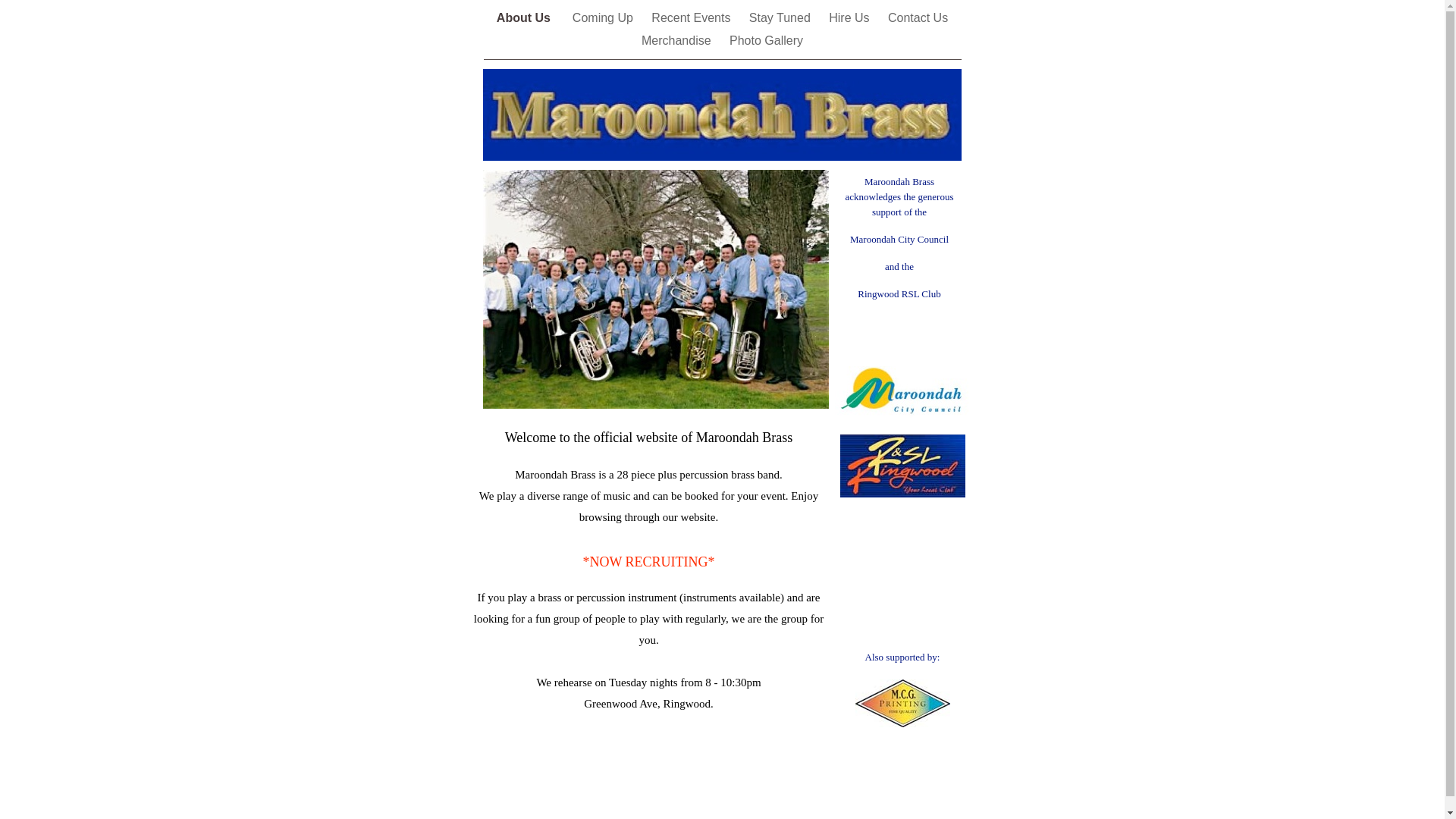 This screenshot has height=819, width=1456. I want to click on 'Hire Us', so click(828, 17).